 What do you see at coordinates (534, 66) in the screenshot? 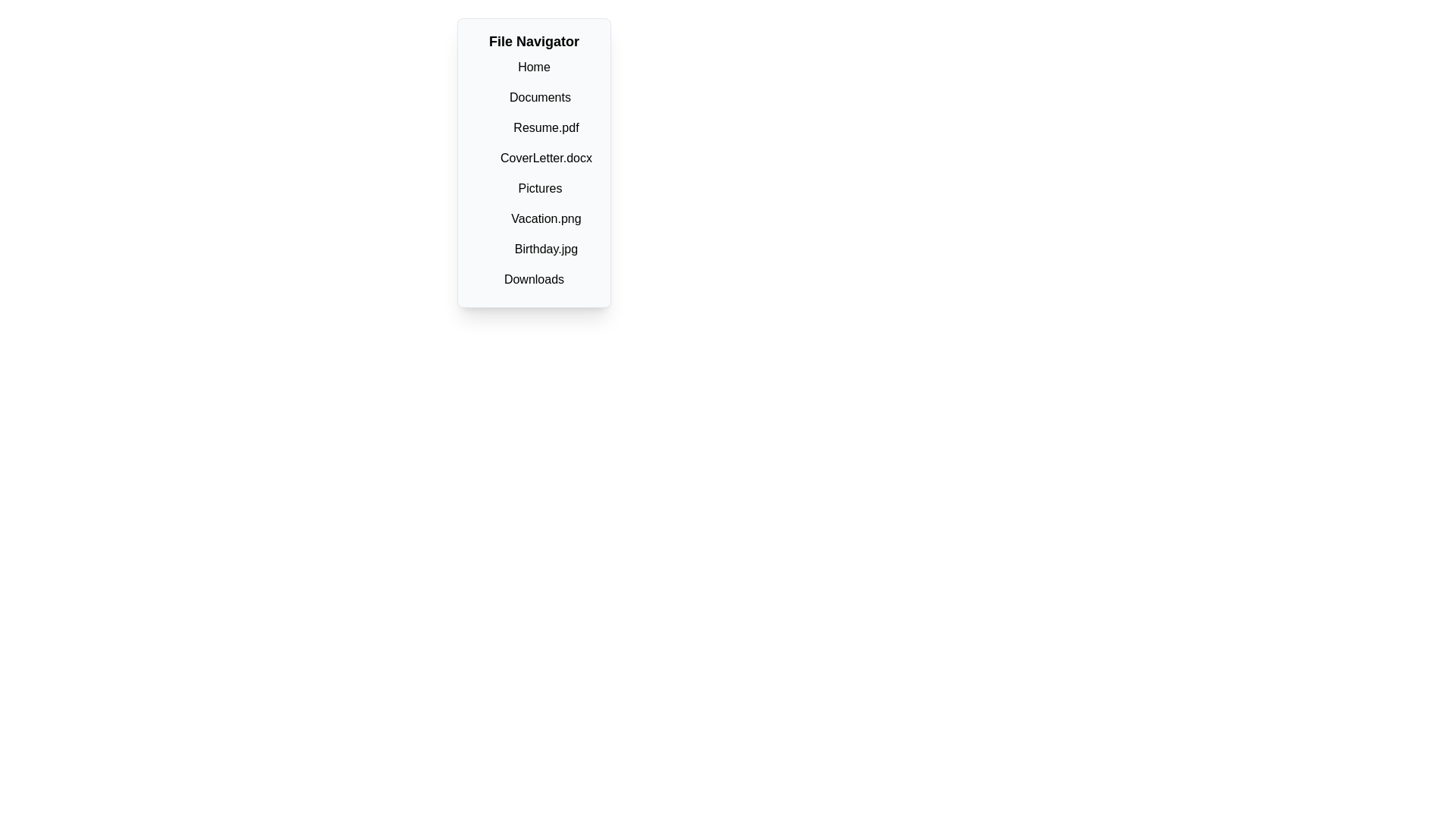
I see `the 'Home' text label, which is styled in black sans-serif font and positioned directly under the 'File Navigator' heading` at bounding box center [534, 66].